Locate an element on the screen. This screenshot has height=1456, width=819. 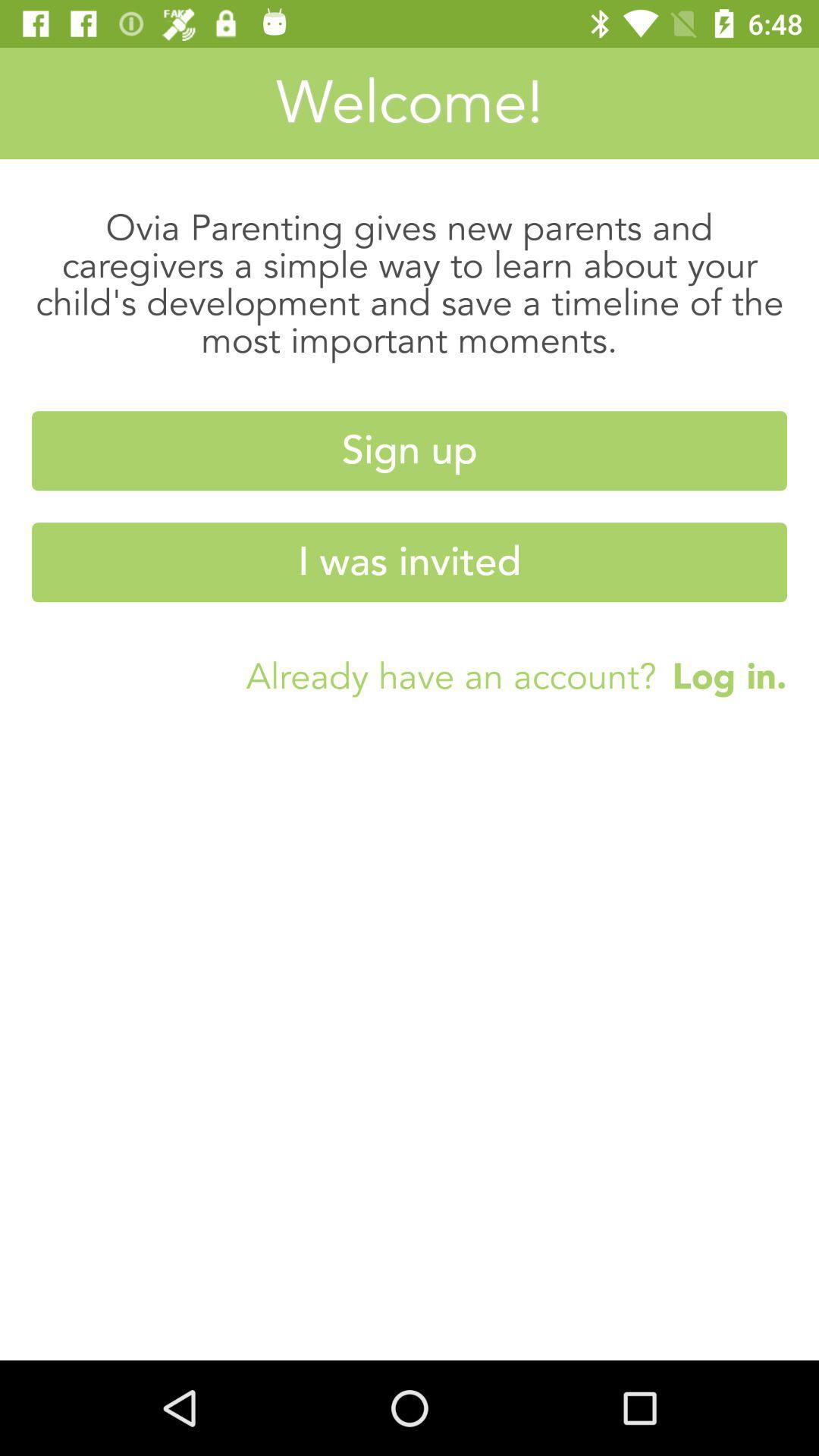
log in. is located at coordinates (720, 675).